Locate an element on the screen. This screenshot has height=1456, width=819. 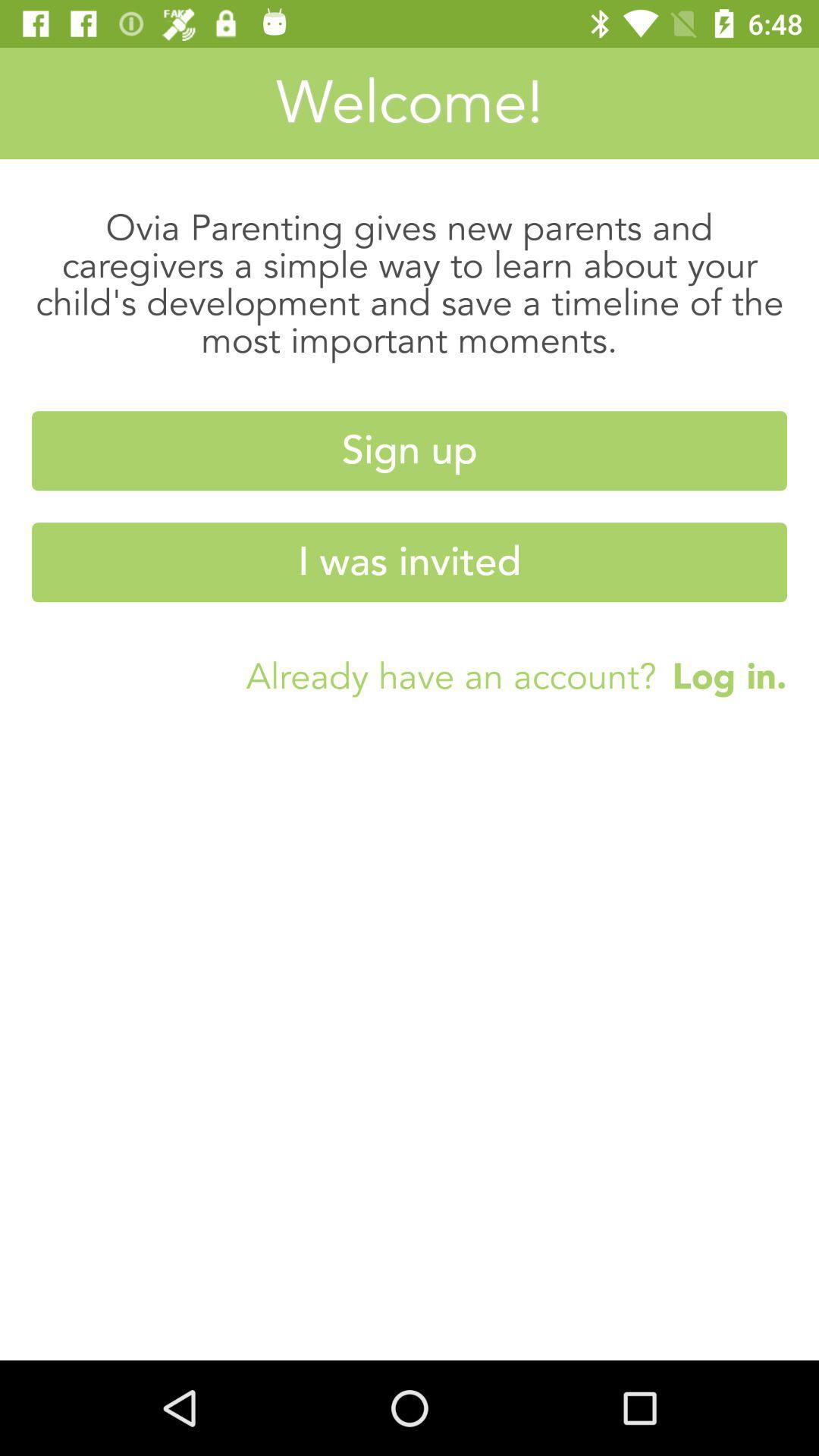
log in. is located at coordinates (720, 675).